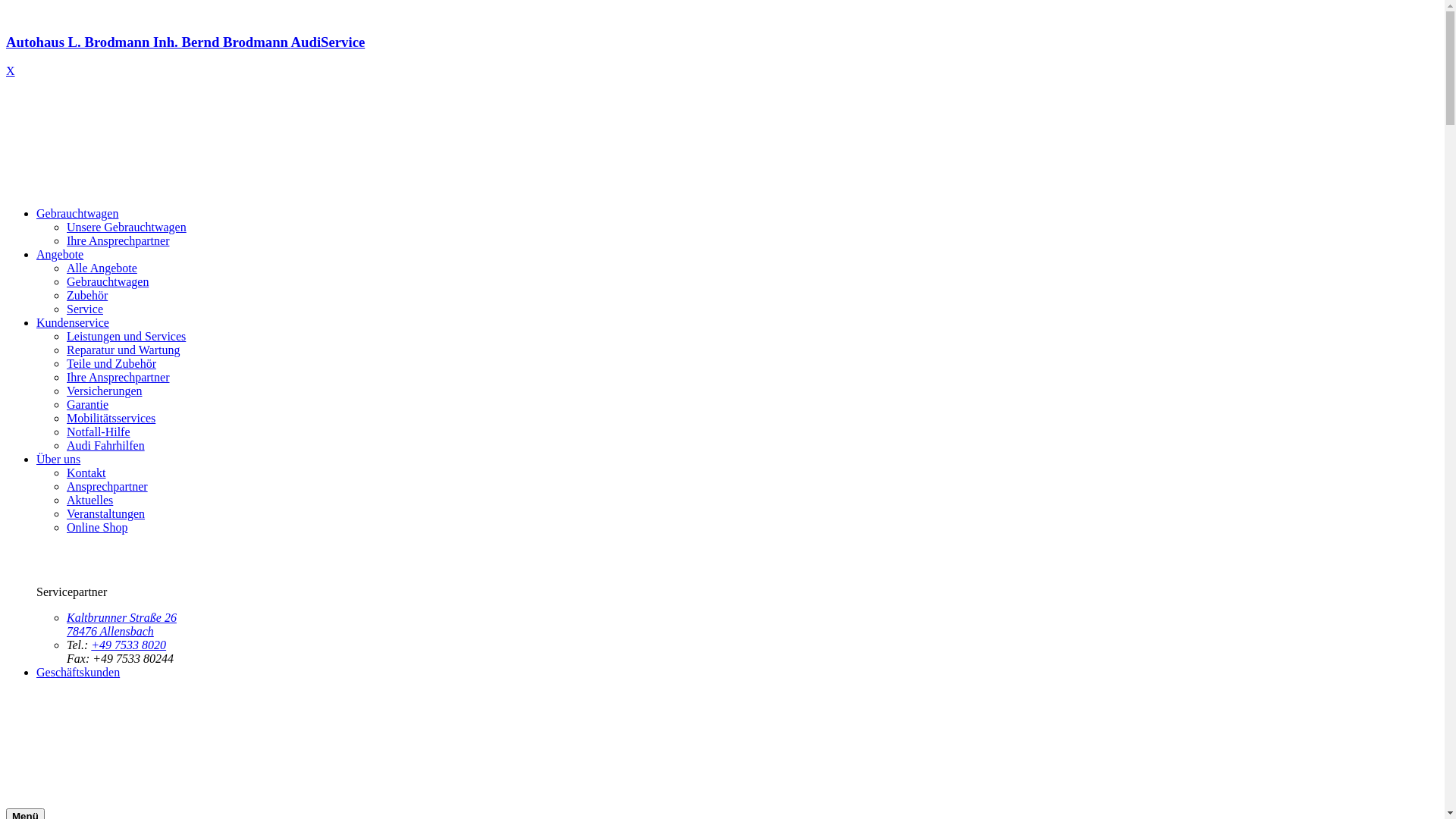 This screenshot has height=819, width=1456. I want to click on 'Leistungen und Services', so click(65, 335).